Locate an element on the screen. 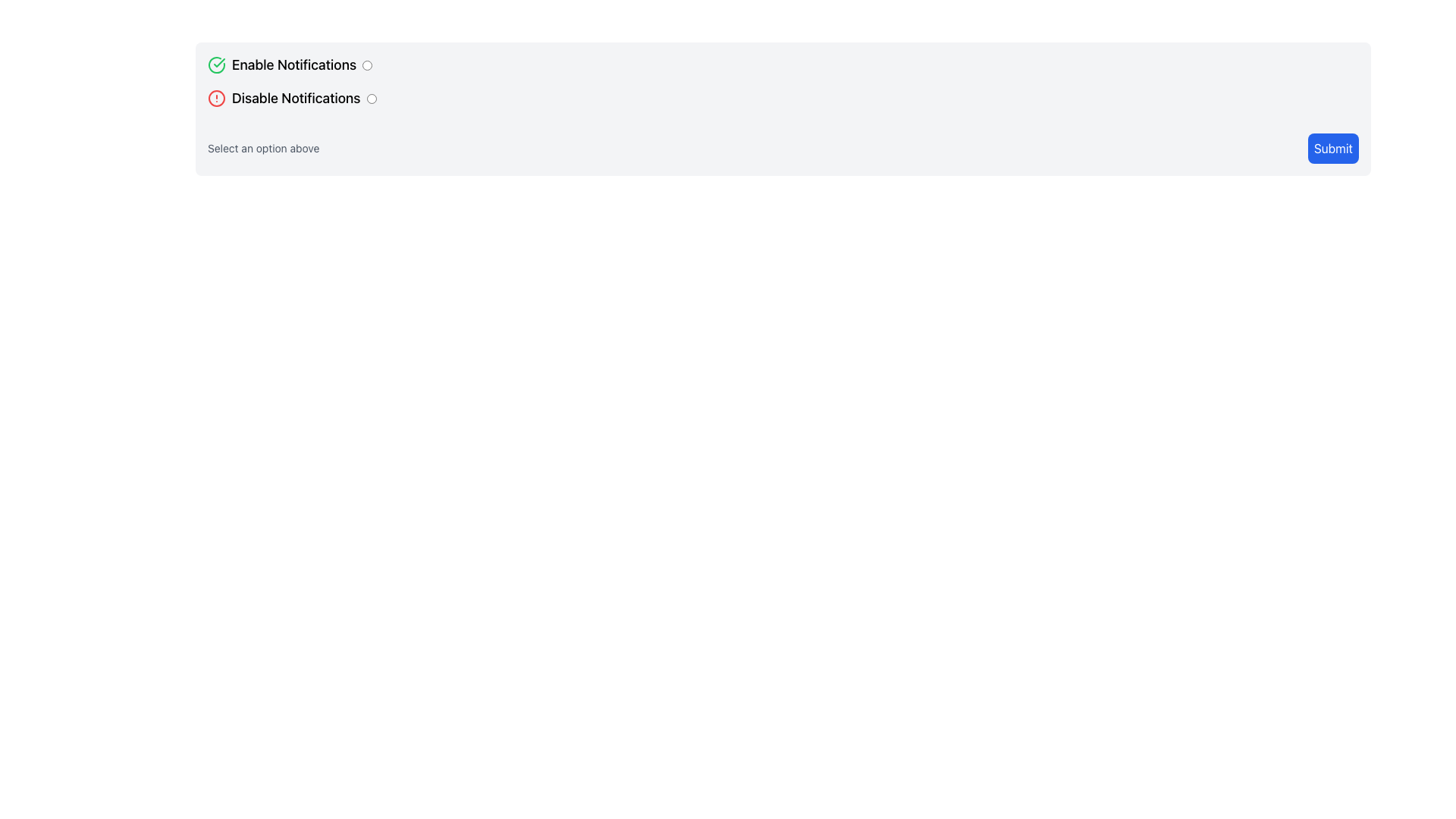 This screenshot has width=1456, height=819. the radio button option for disabling notifications, which is the second row in the grouped list of notification options, to trigger hover effects is located at coordinates (783, 99).